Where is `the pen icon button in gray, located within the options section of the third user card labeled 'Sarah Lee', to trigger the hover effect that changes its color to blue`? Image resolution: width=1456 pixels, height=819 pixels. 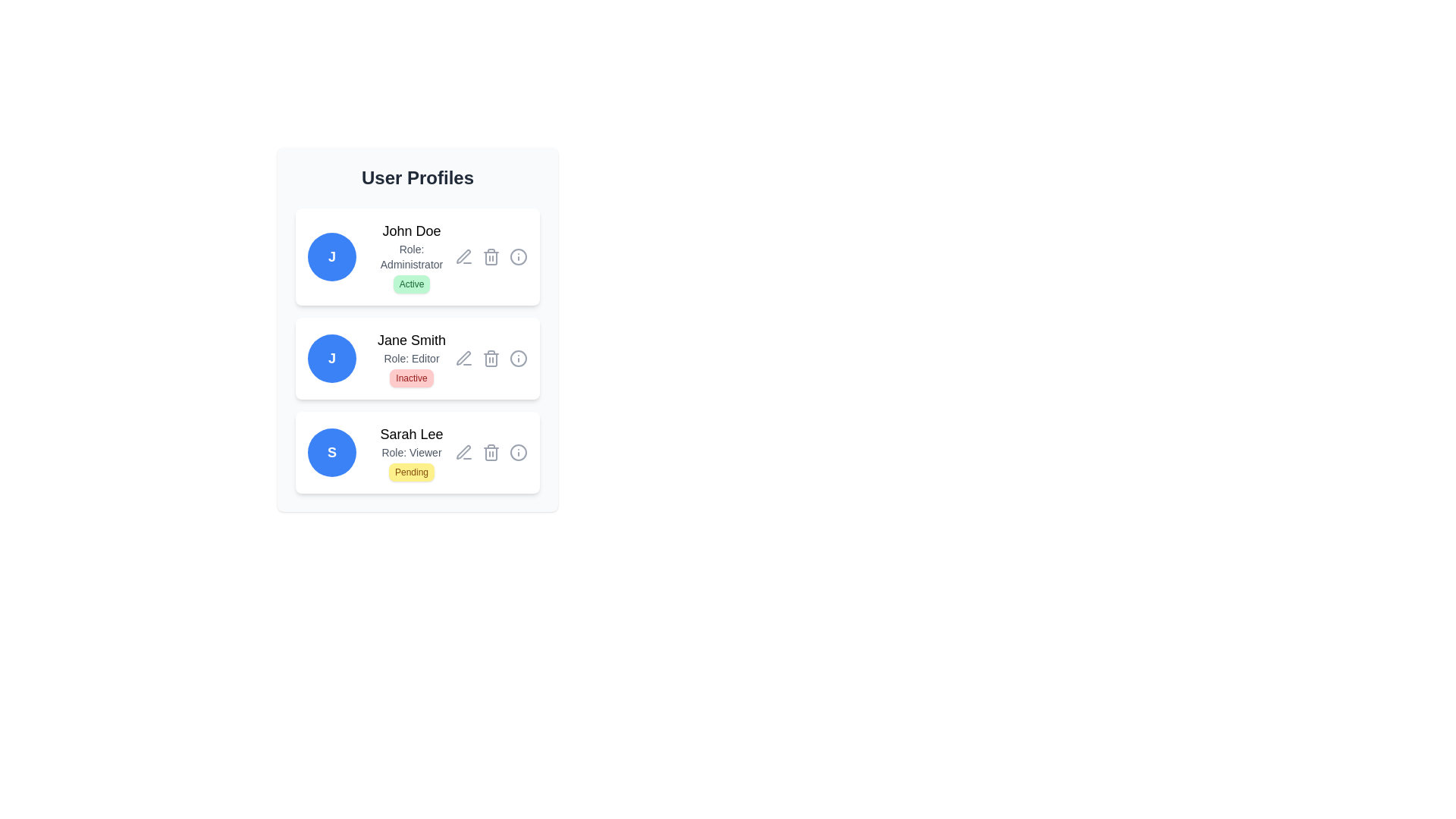
the pen icon button in gray, located within the options section of the third user card labeled 'Sarah Lee', to trigger the hover effect that changes its color to blue is located at coordinates (463, 452).